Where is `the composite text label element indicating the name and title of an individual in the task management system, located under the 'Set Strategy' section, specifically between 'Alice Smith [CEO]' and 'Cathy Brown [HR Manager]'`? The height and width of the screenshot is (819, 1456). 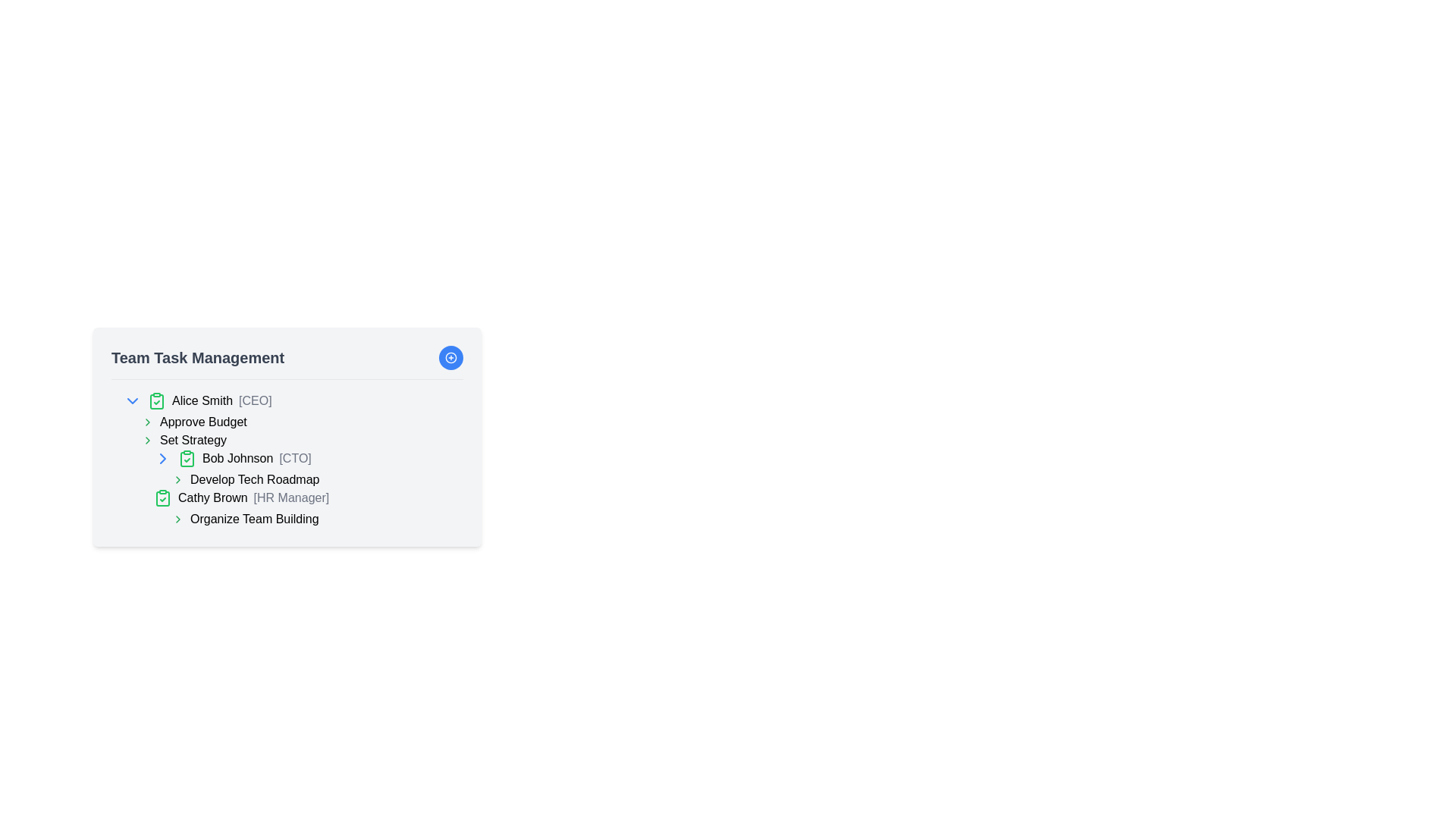 the composite text label element indicating the name and title of an individual in the task management system, located under the 'Set Strategy' section, specifically between 'Alice Smith [CEO]' and 'Cathy Brown [HR Manager]' is located at coordinates (308, 458).